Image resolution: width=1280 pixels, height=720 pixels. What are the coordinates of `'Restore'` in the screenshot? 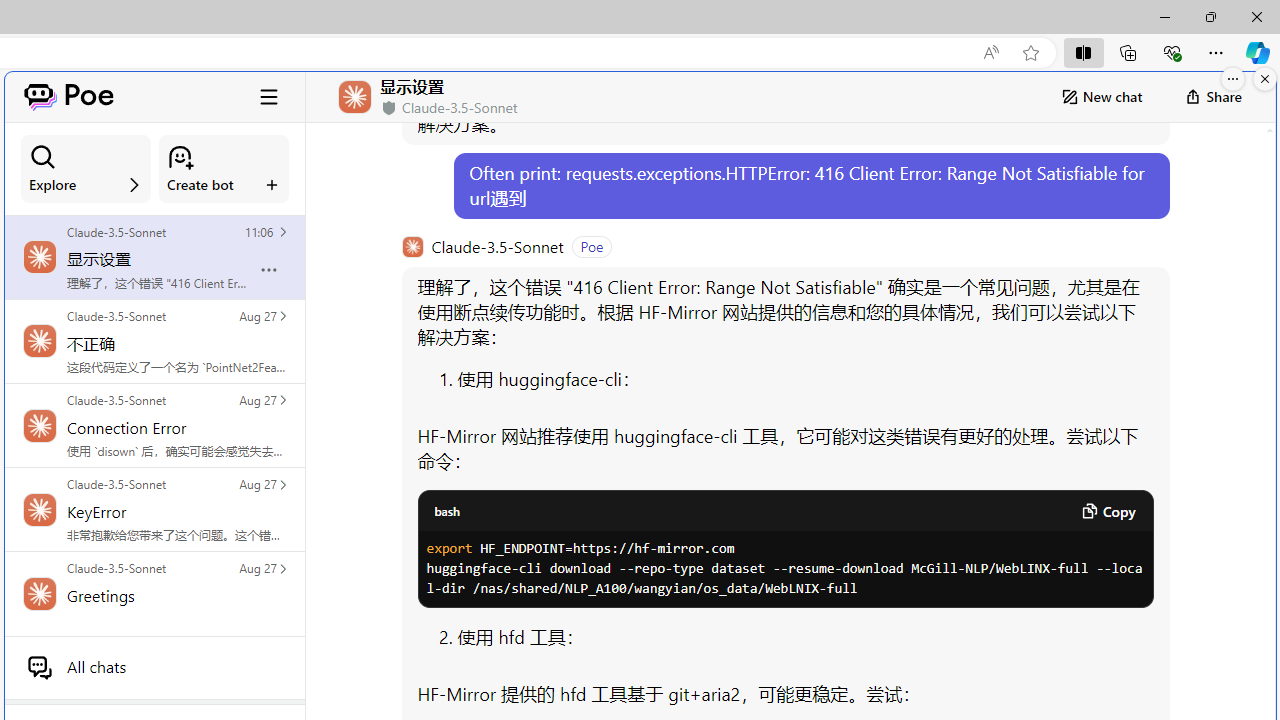 It's located at (1209, 16).